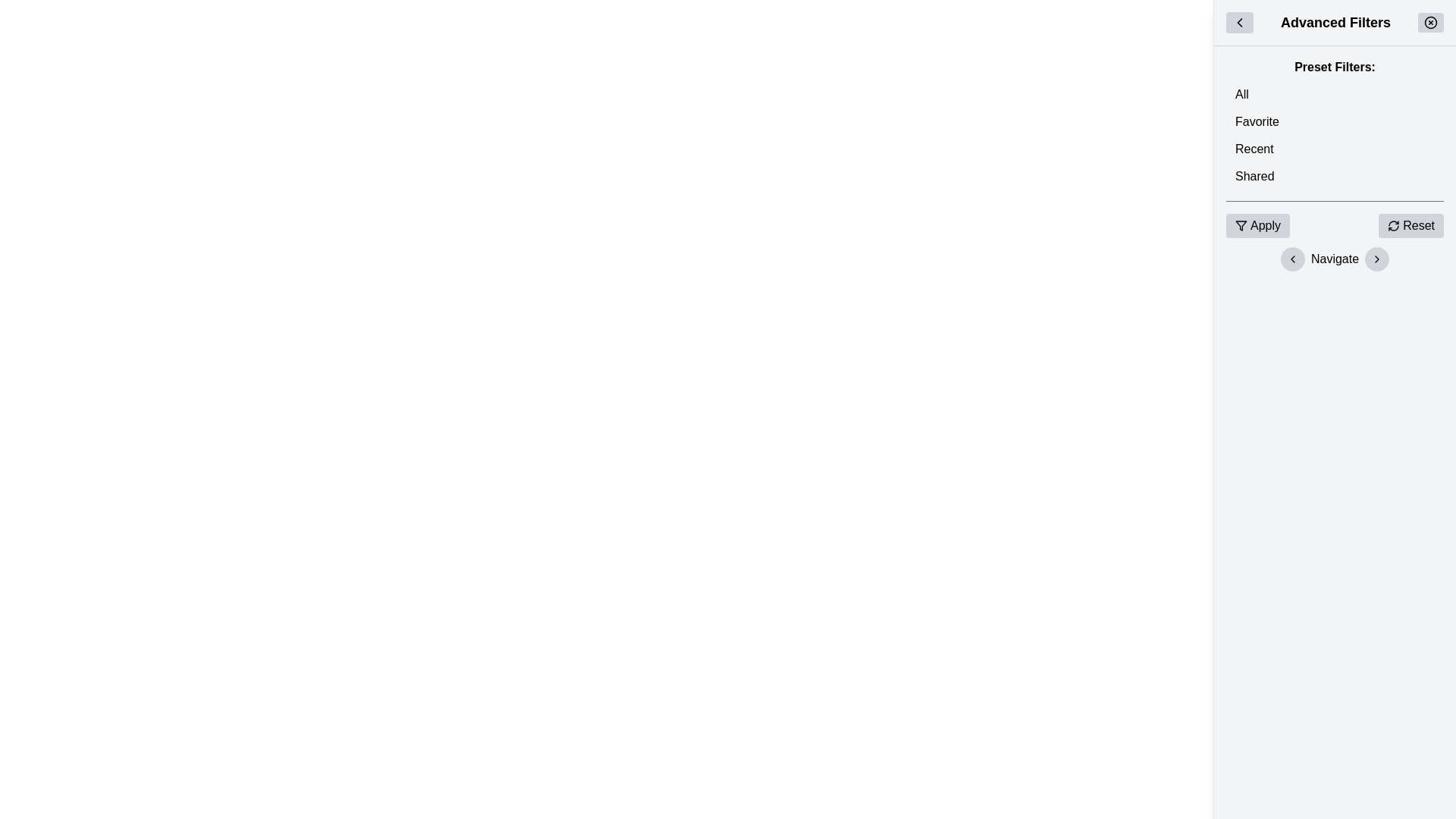  Describe the element at coordinates (1258, 225) in the screenshot. I see `the 'Apply' button located in the top-right corner of the panel to apply the filters` at that location.